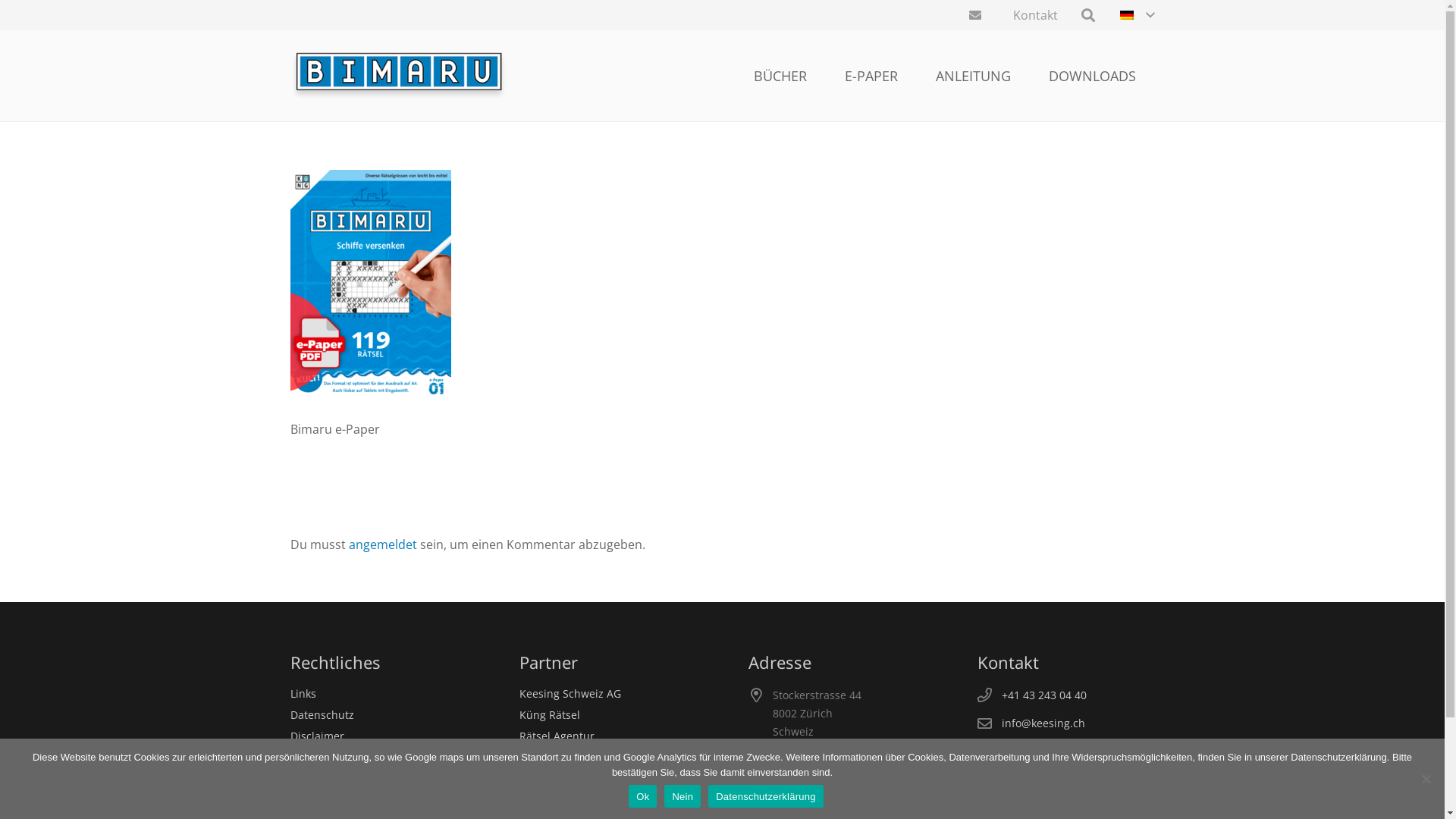 This screenshot has width=1456, height=819. What do you see at coordinates (871, 76) in the screenshot?
I see `'E-PAPER'` at bounding box center [871, 76].